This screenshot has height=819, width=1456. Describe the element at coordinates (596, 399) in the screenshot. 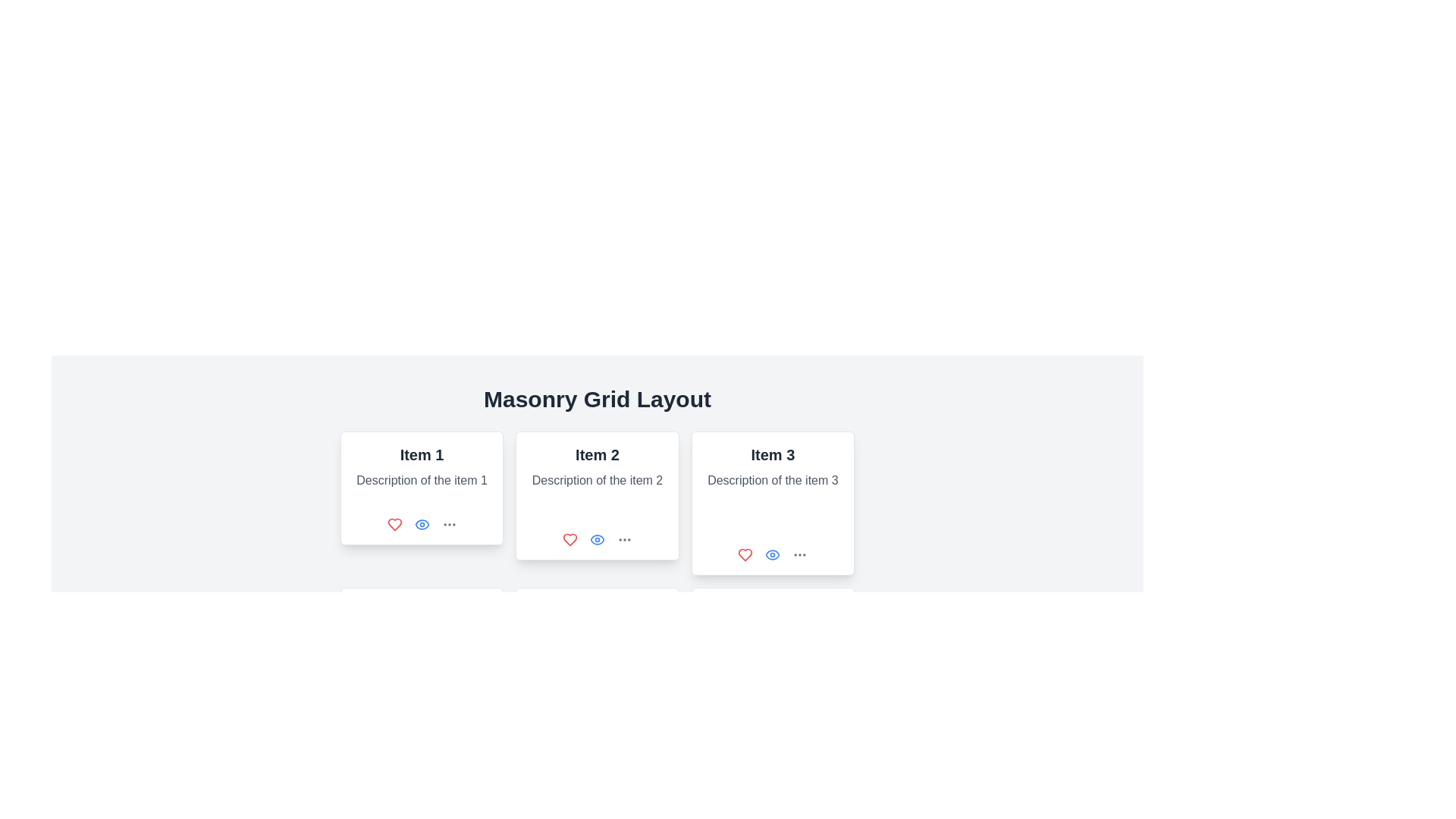

I see `the centrally aligned Text label that serves as a title for the grid layout below` at that location.